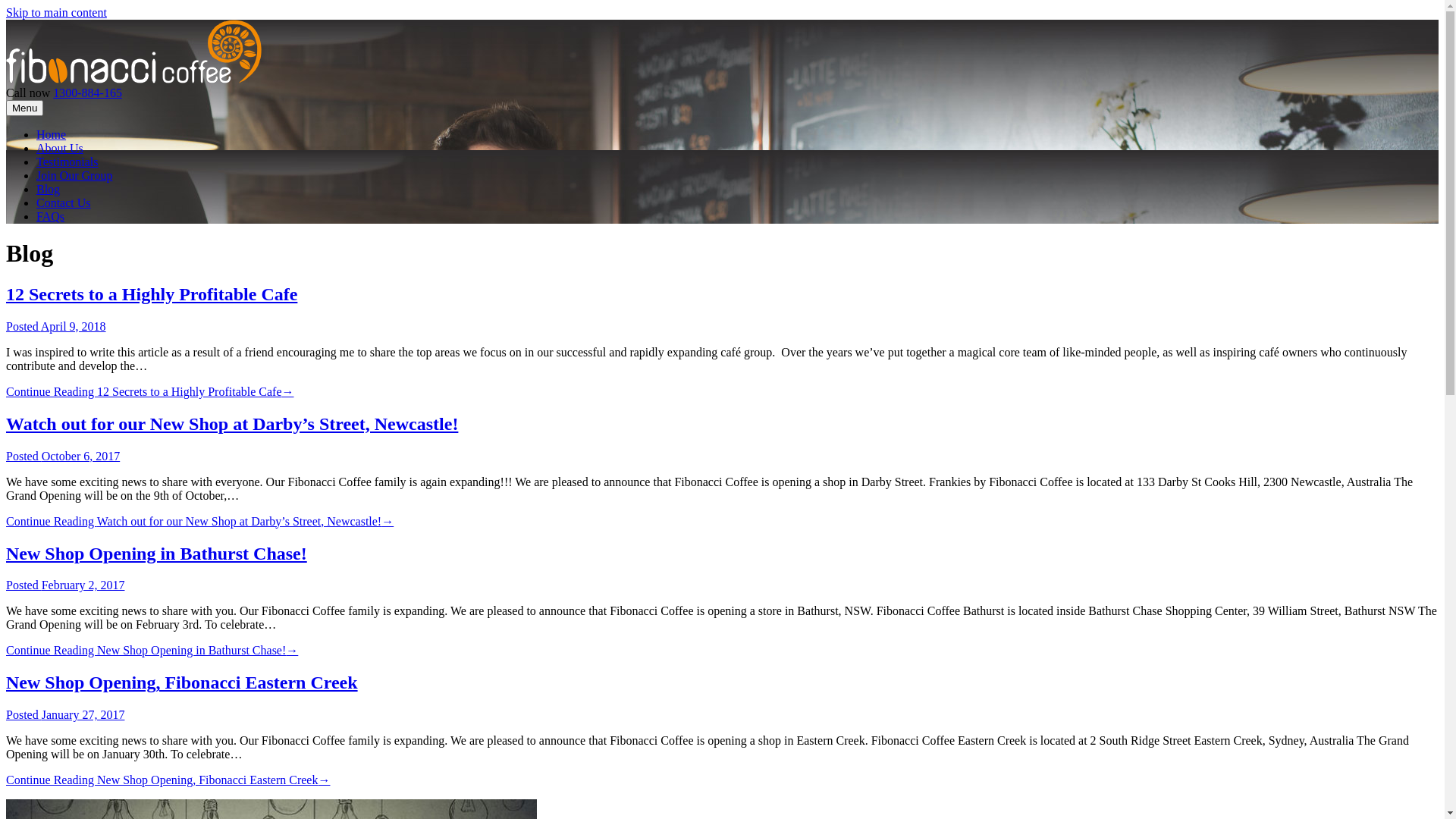  I want to click on 'Posted April 9, 2018', so click(6, 325).